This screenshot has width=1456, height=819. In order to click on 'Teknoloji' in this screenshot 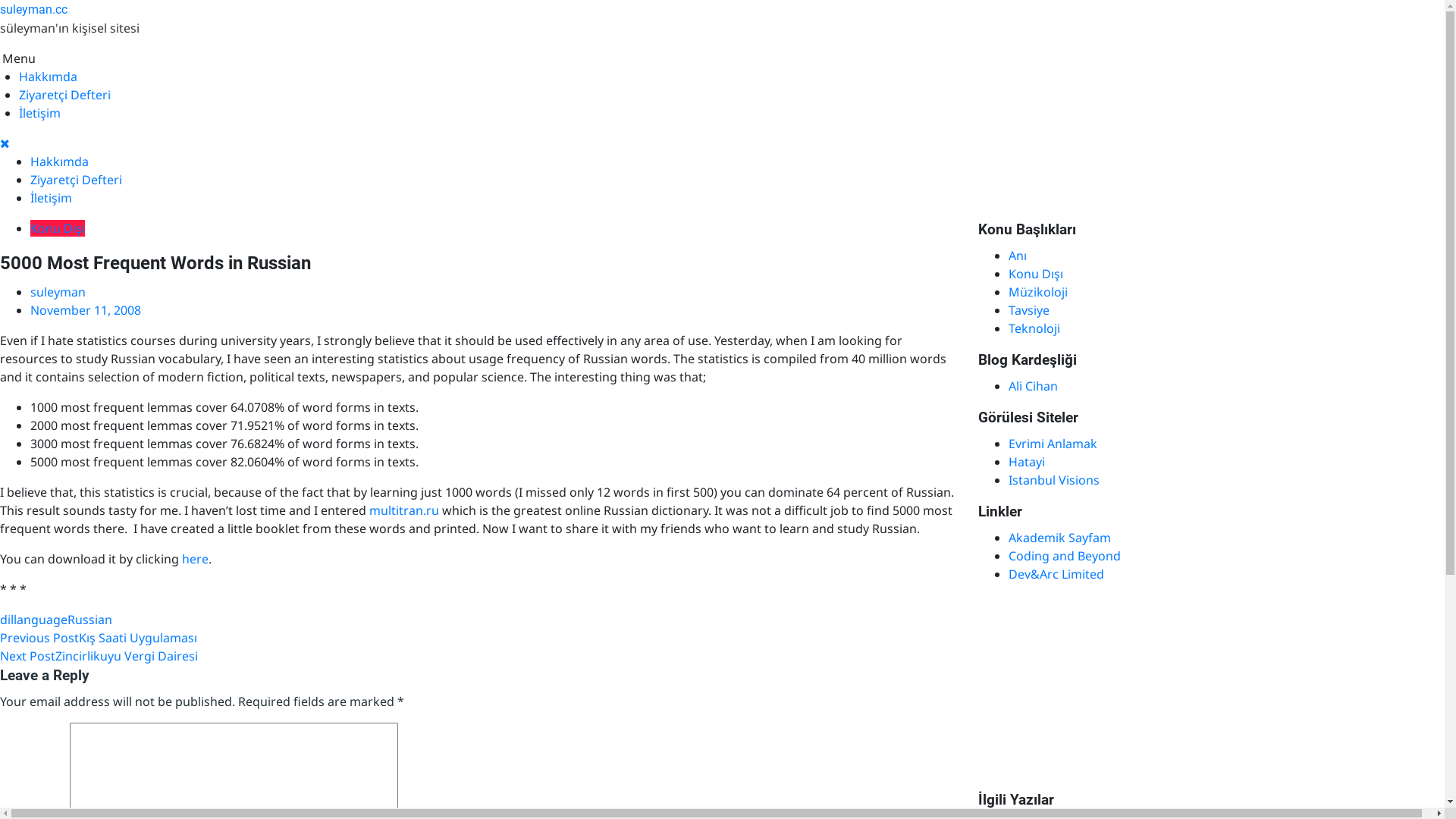, I will do `click(1033, 327)`.